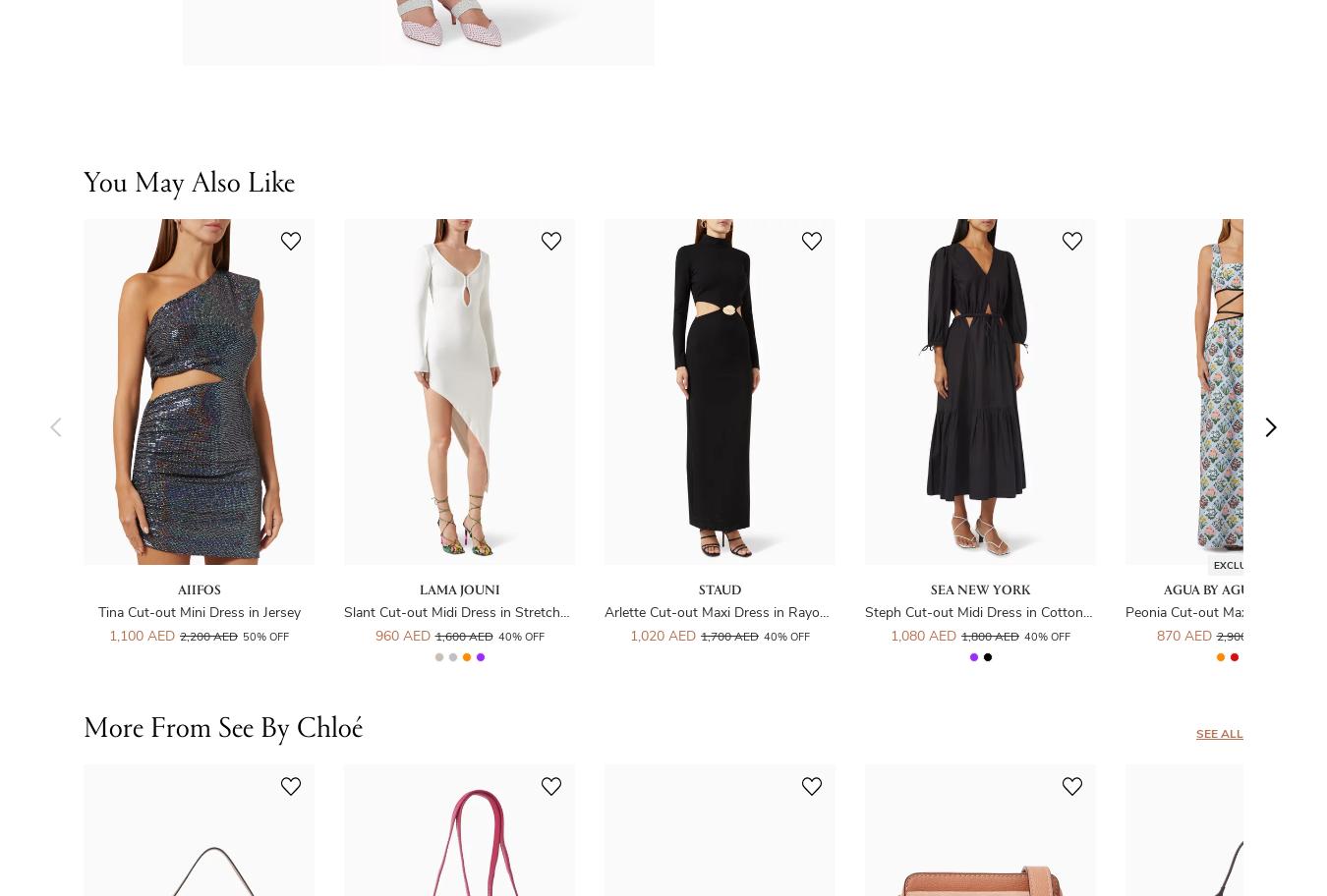  What do you see at coordinates (264, 636) in the screenshot?
I see `'50% OFF'` at bounding box center [264, 636].